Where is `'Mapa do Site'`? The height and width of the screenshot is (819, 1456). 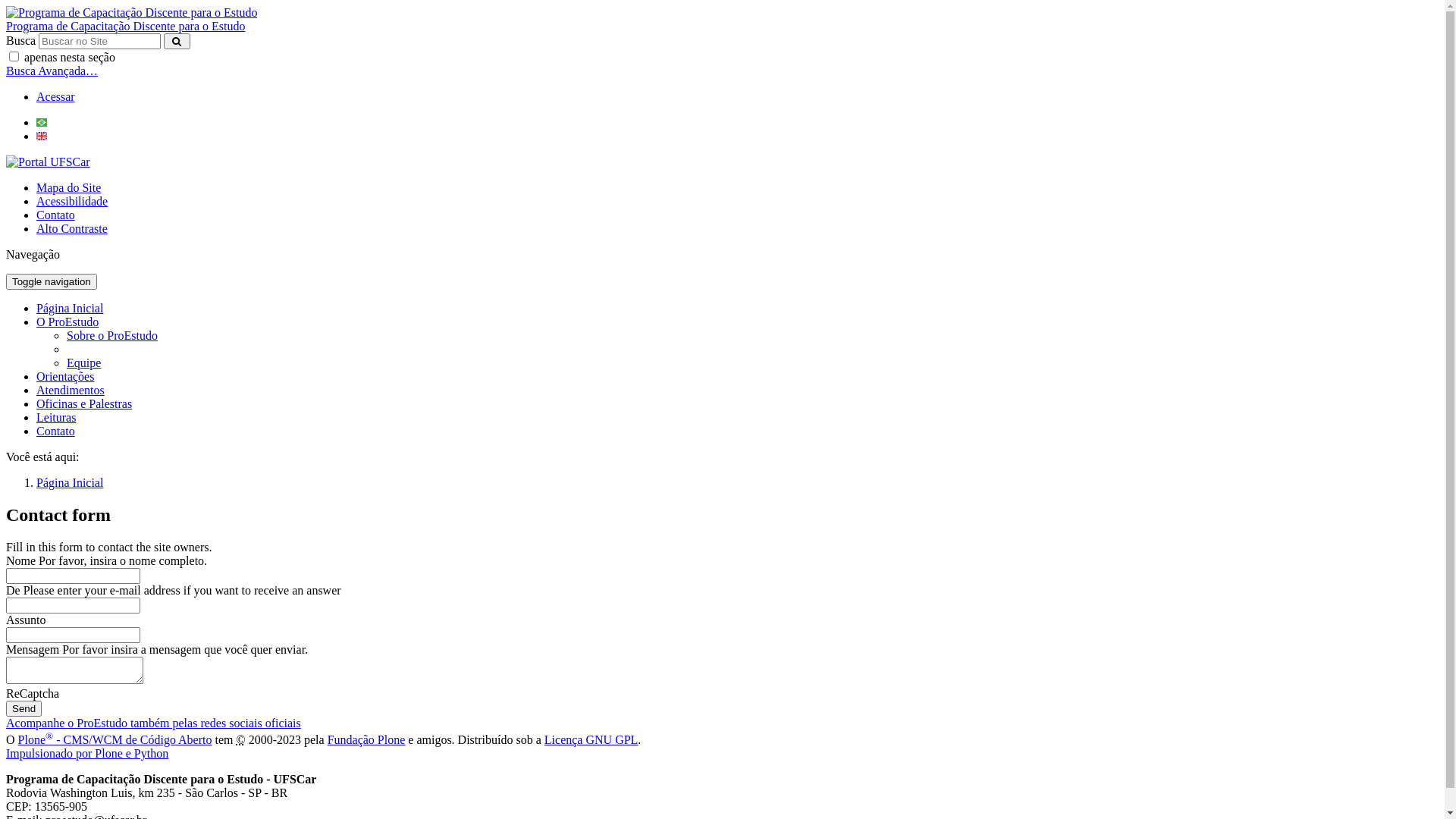 'Mapa do Site' is located at coordinates (67, 187).